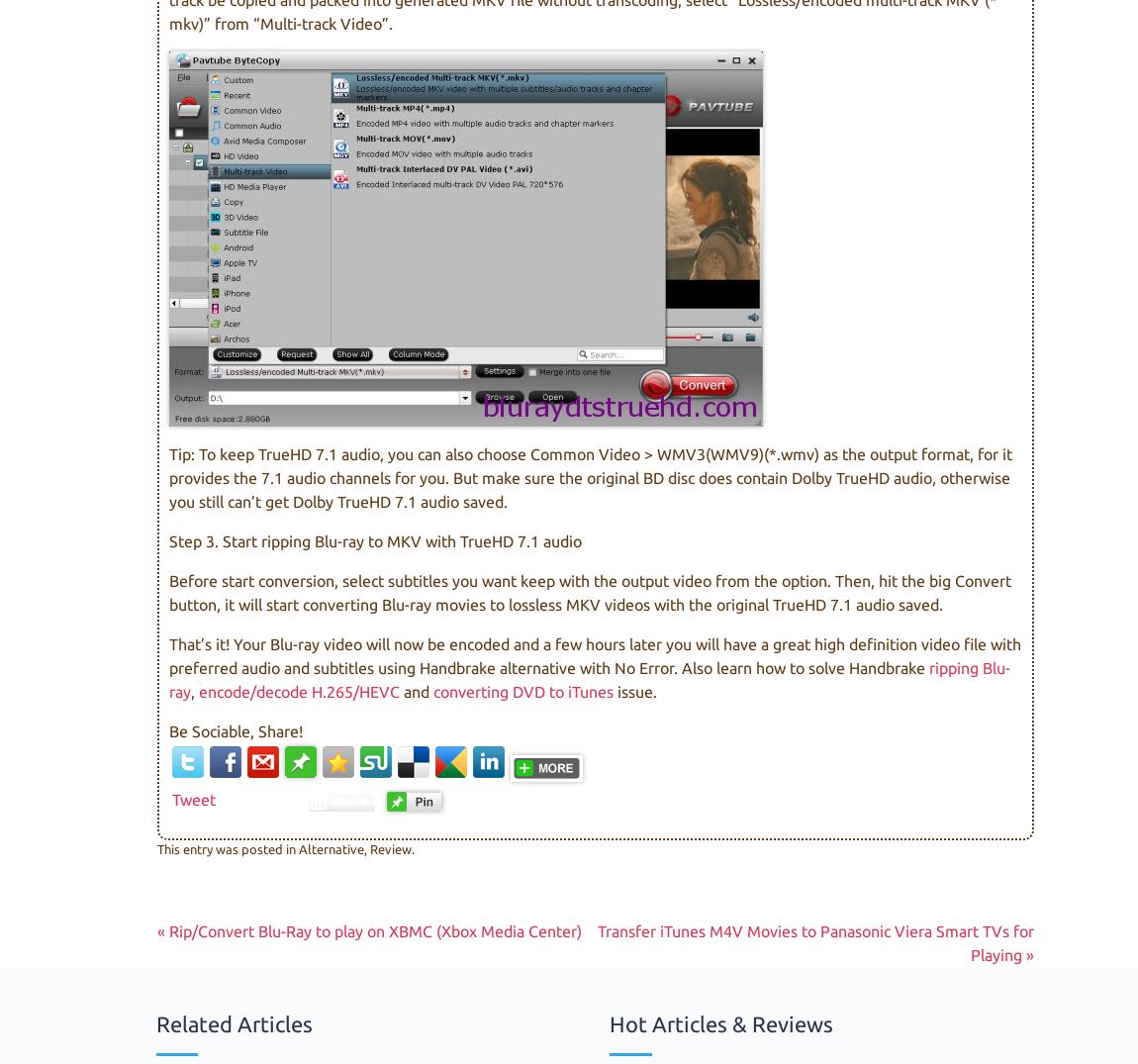 This screenshot has height=1064, width=1138. Describe the element at coordinates (331, 800) in the screenshot. I see `'Share'` at that location.